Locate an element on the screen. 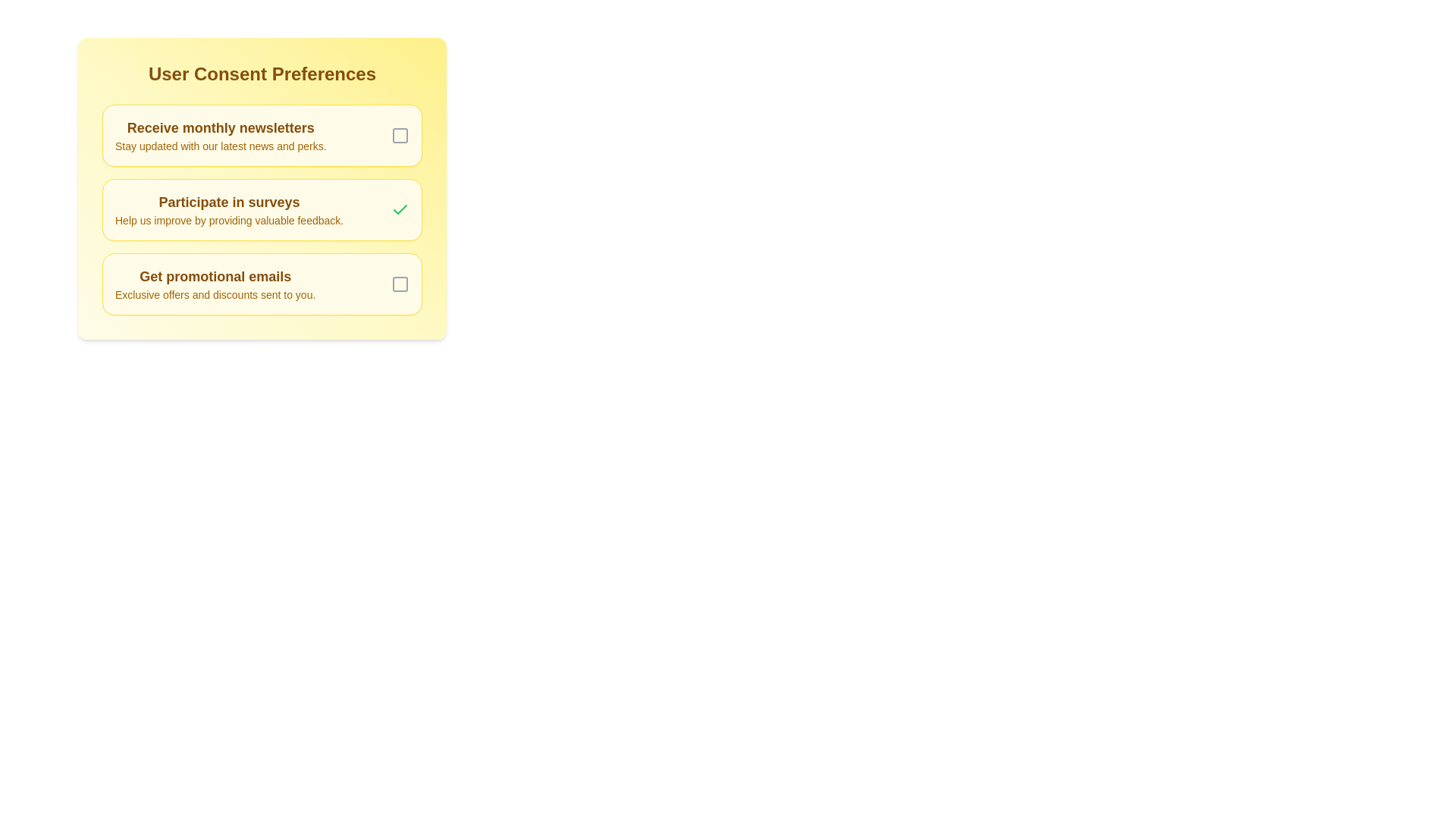 The image size is (1456, 819). the checkbox located in the 'Receive monthly newsletters' section of the 'User Consent Preferences' panel is located at coordinates (400, 134).